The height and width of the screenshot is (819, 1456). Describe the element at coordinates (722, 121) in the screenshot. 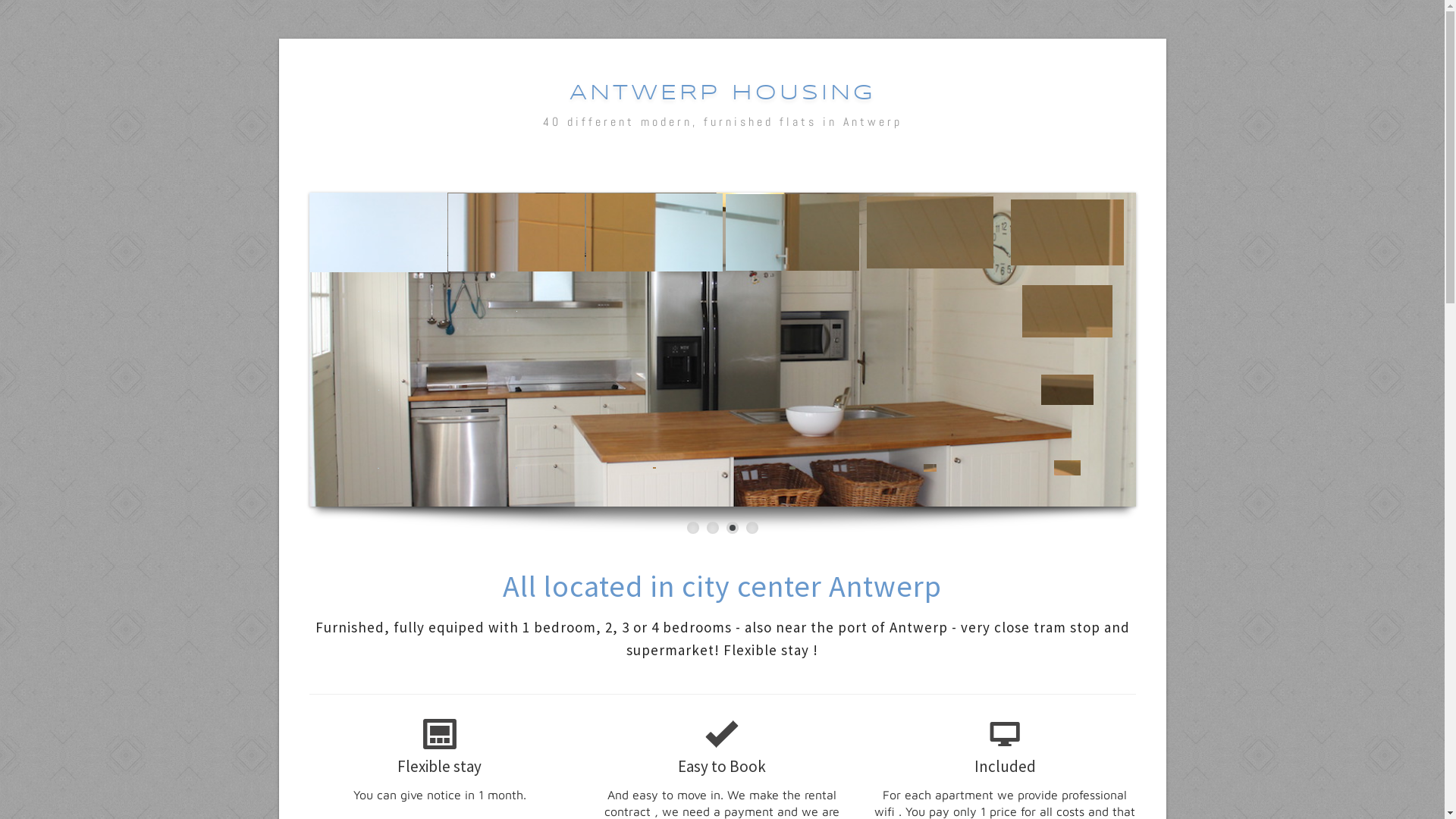

I see `'40 different modern, furnished flats in Antwerp'` at that location.